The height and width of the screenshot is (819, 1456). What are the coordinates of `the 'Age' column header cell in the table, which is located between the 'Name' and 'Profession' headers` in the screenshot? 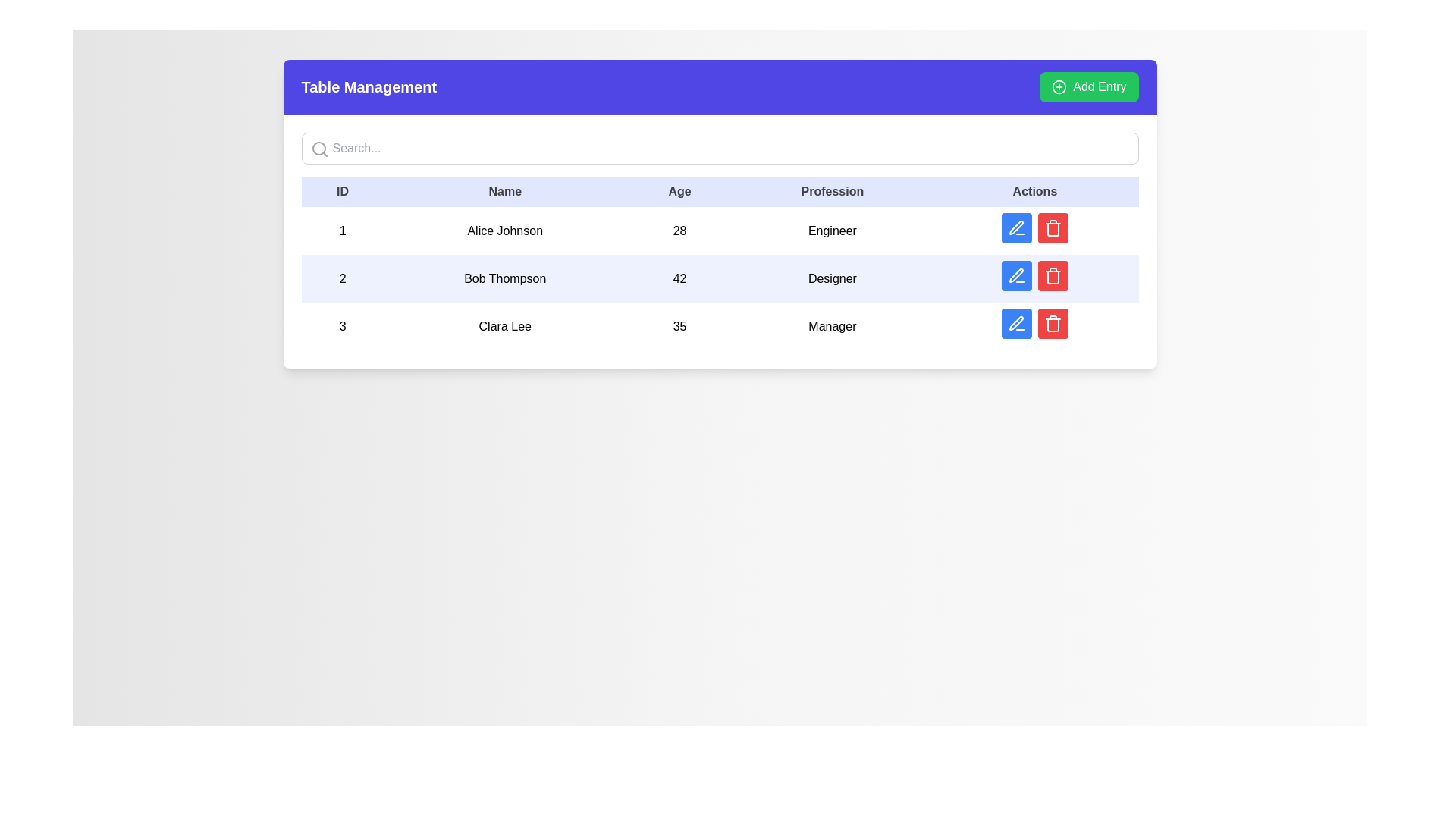 It's located at (679, 191).